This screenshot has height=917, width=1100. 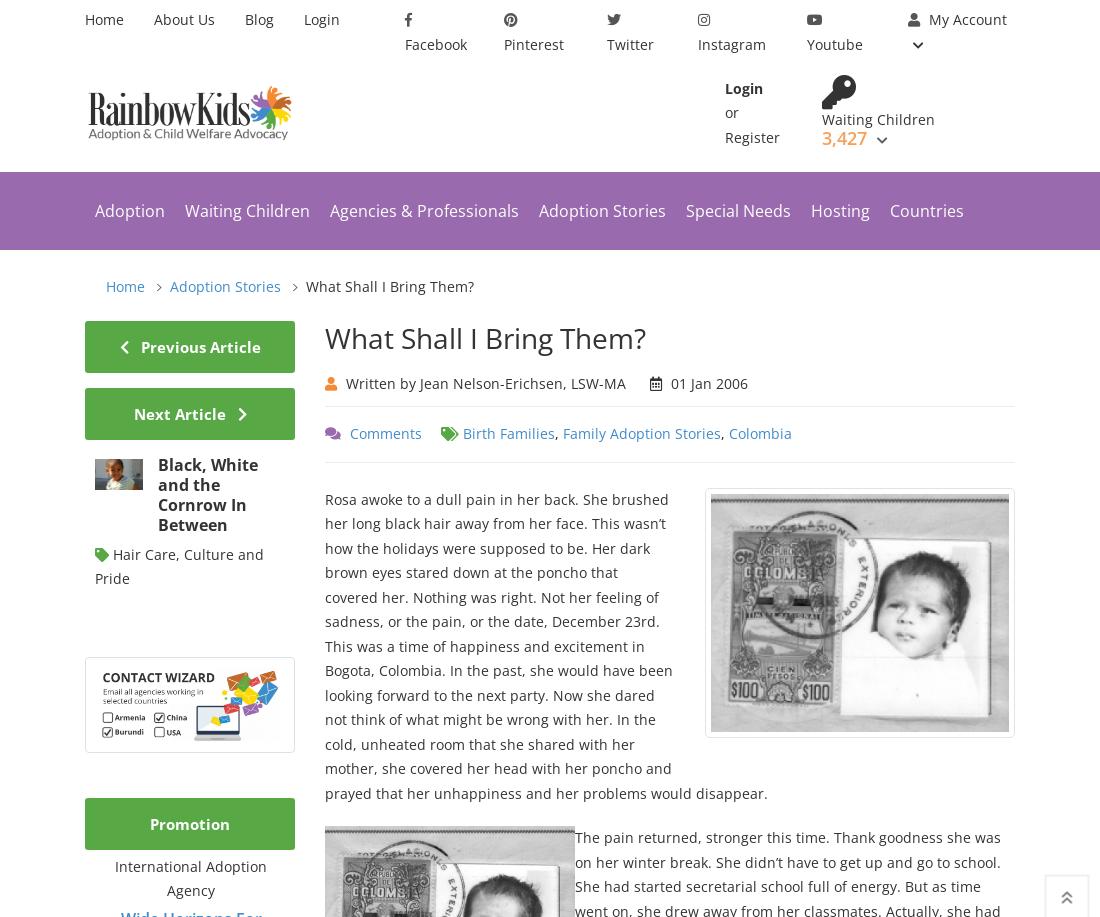 I want to click on 'Country Programs', so click(x=111, y=384).